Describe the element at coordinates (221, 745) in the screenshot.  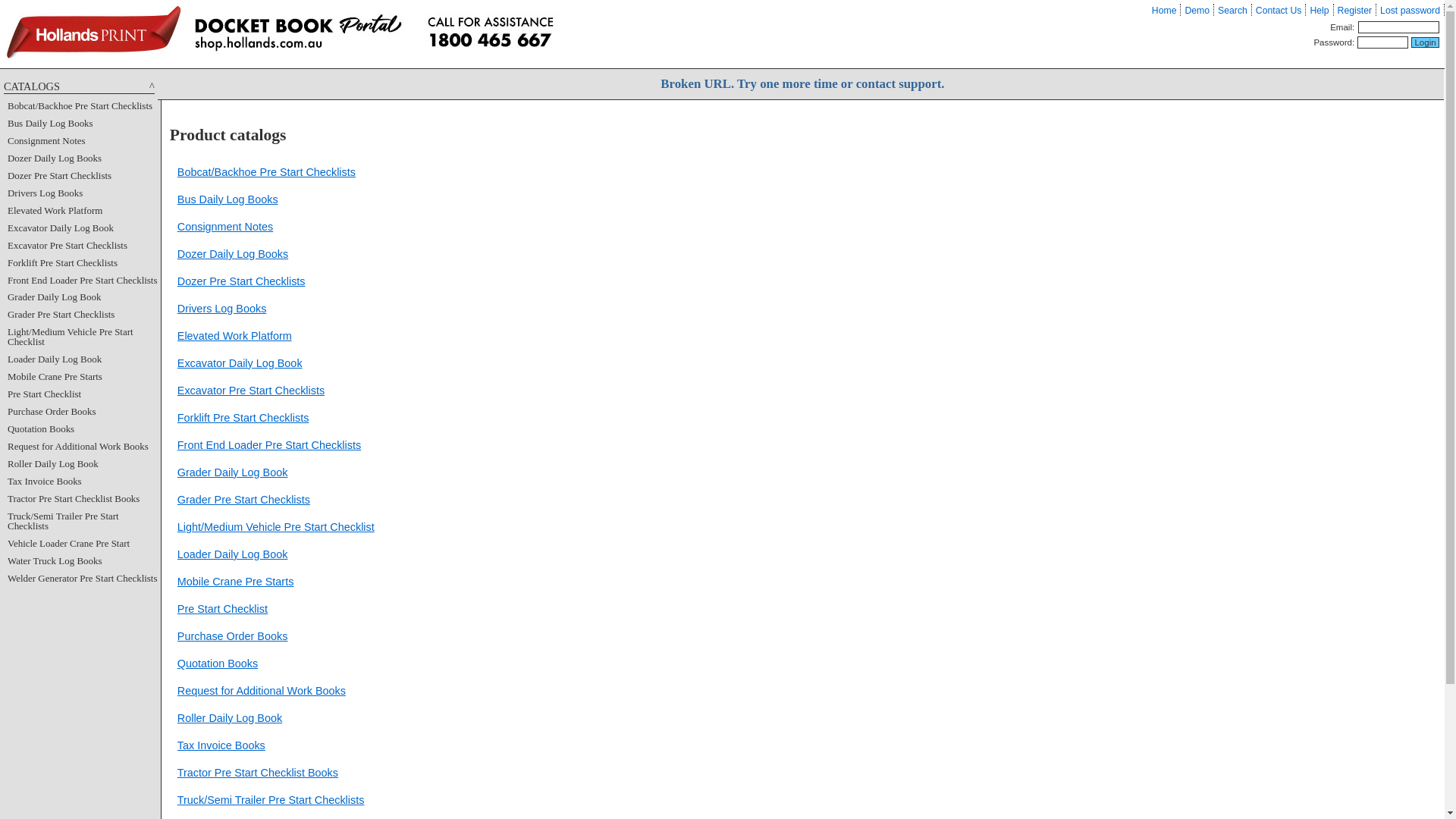
I see `'Tax Invoice Books'` at that location.